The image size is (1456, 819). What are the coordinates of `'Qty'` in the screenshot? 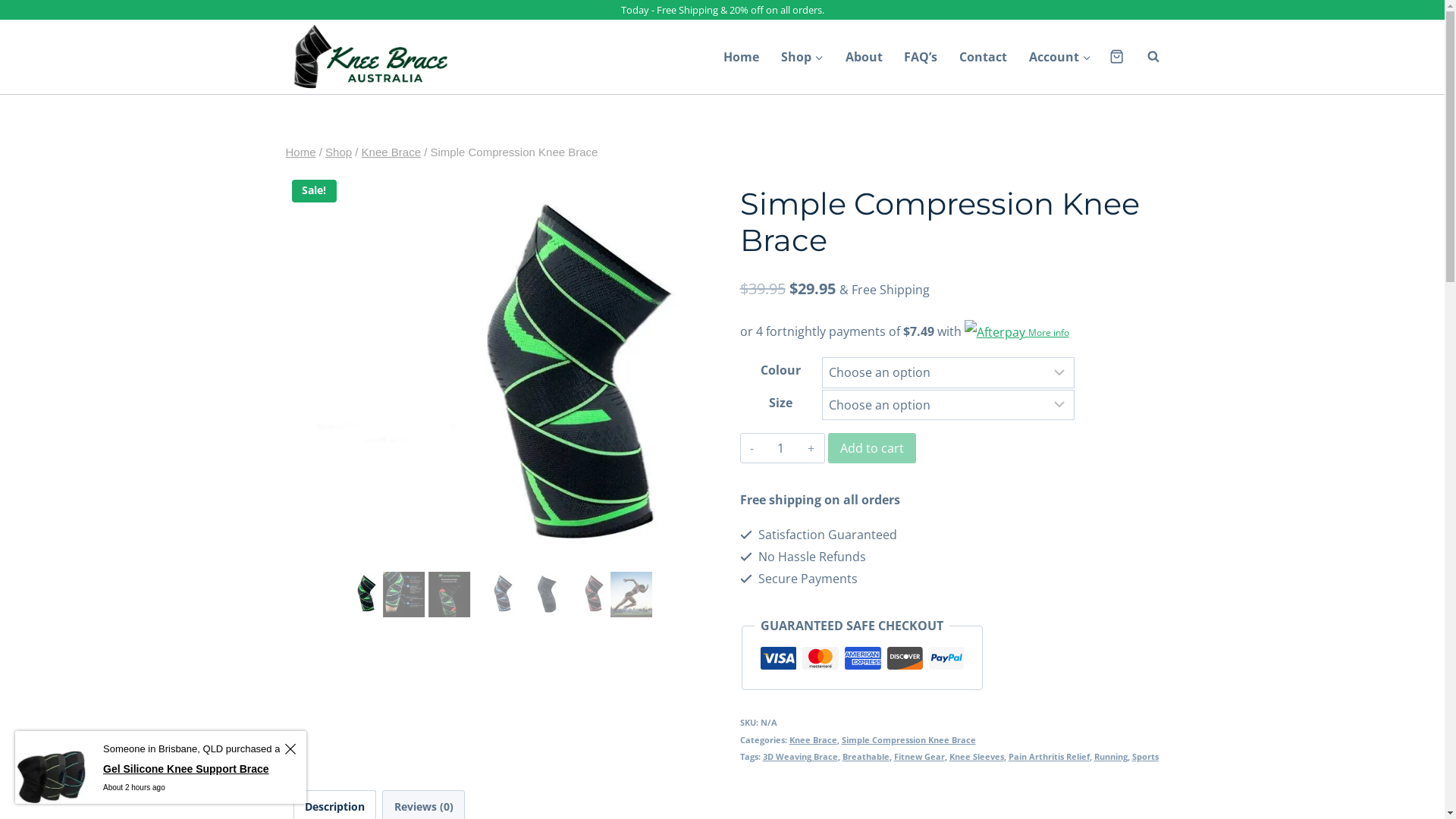 It's located at (767, 447).